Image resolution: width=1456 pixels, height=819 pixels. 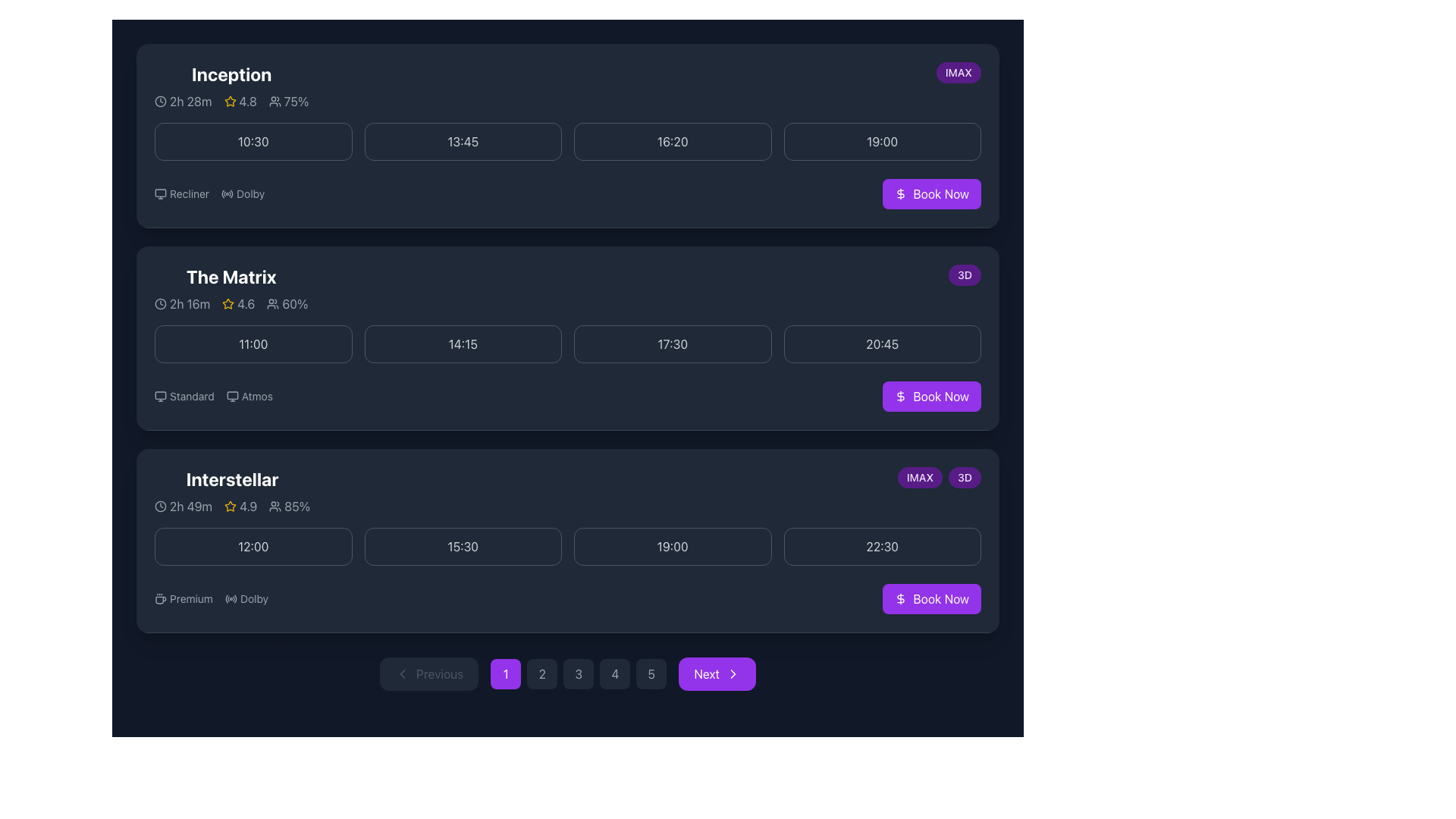 I want to click on the rating icon that visually indicates quality, located to the left of the numerical rating text '4.8', so click(x=229, y=102).